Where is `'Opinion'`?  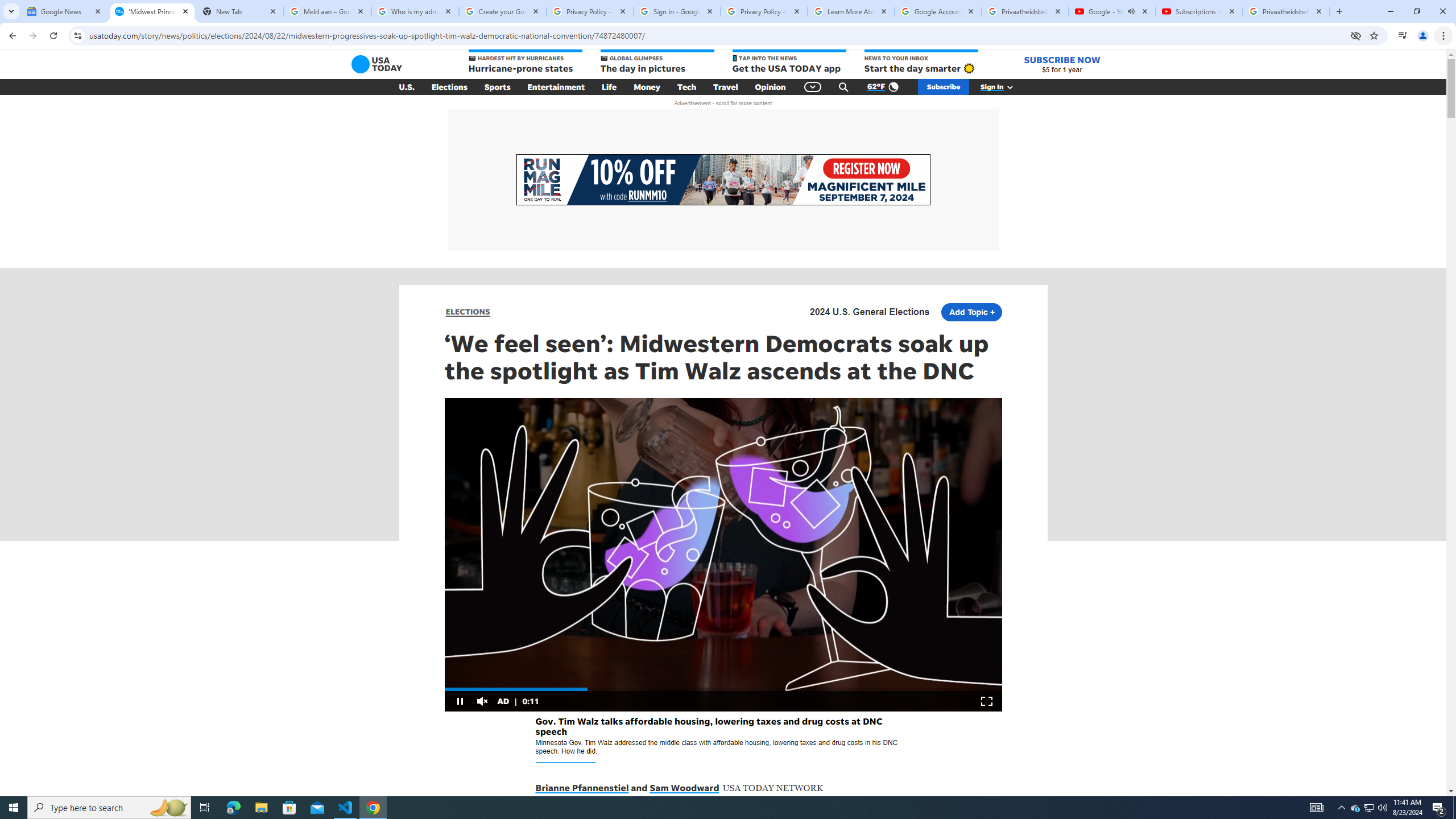 'Opinion' is located at coordinates (770, 87).